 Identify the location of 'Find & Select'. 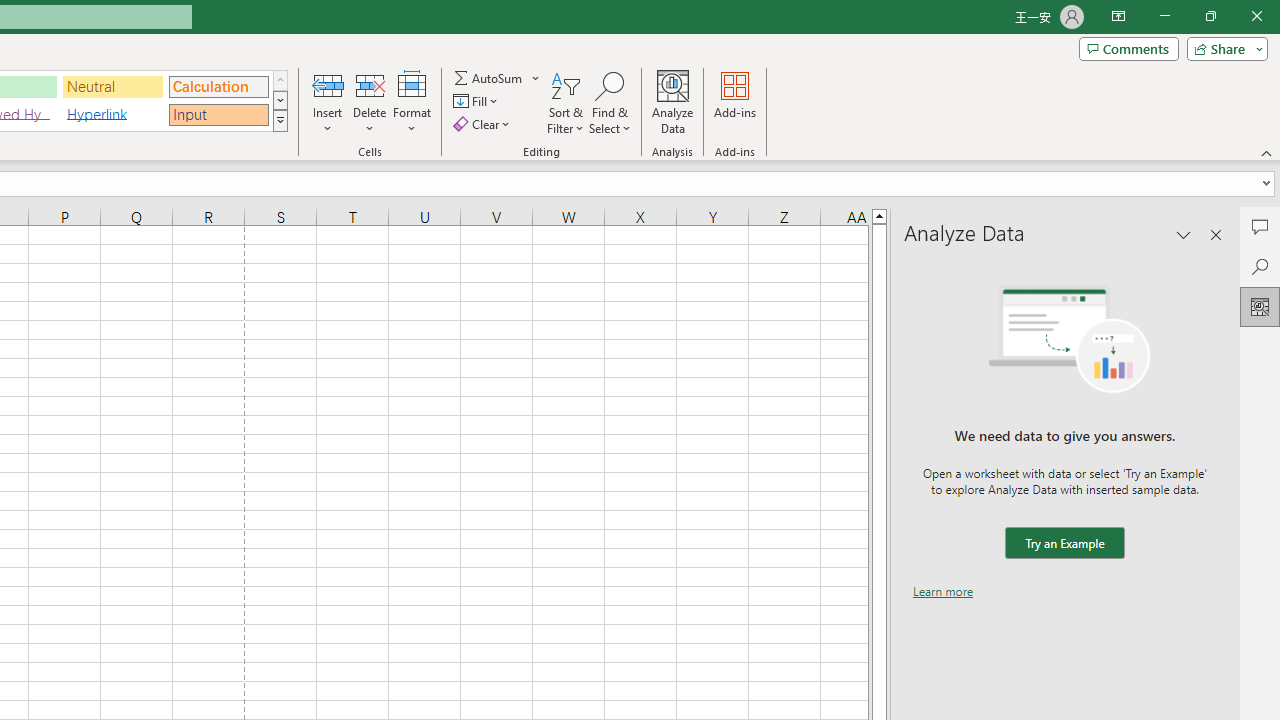
(609, 103).